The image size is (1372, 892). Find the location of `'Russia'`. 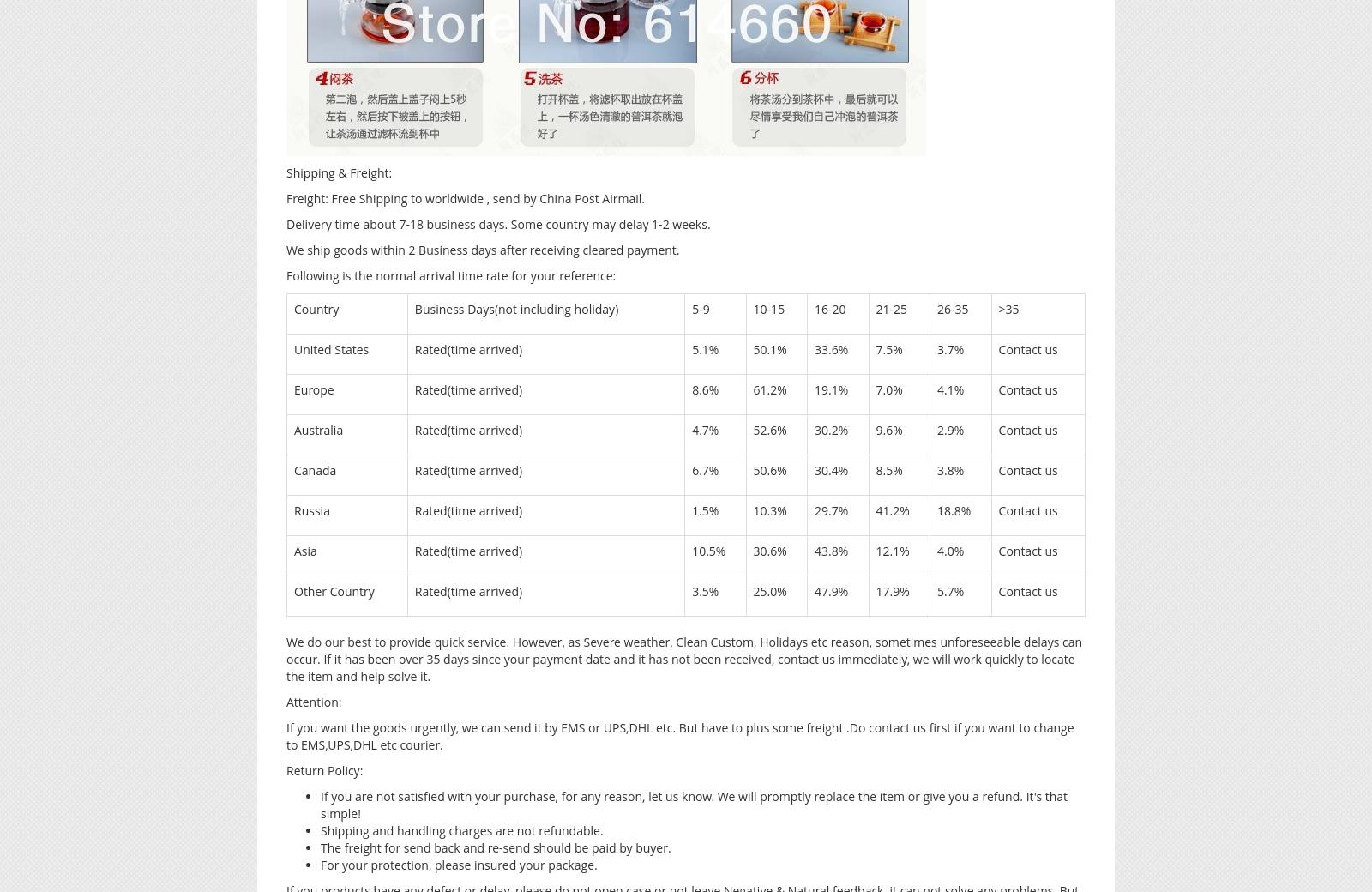

'Russia' is located at coordinates (294, 509).